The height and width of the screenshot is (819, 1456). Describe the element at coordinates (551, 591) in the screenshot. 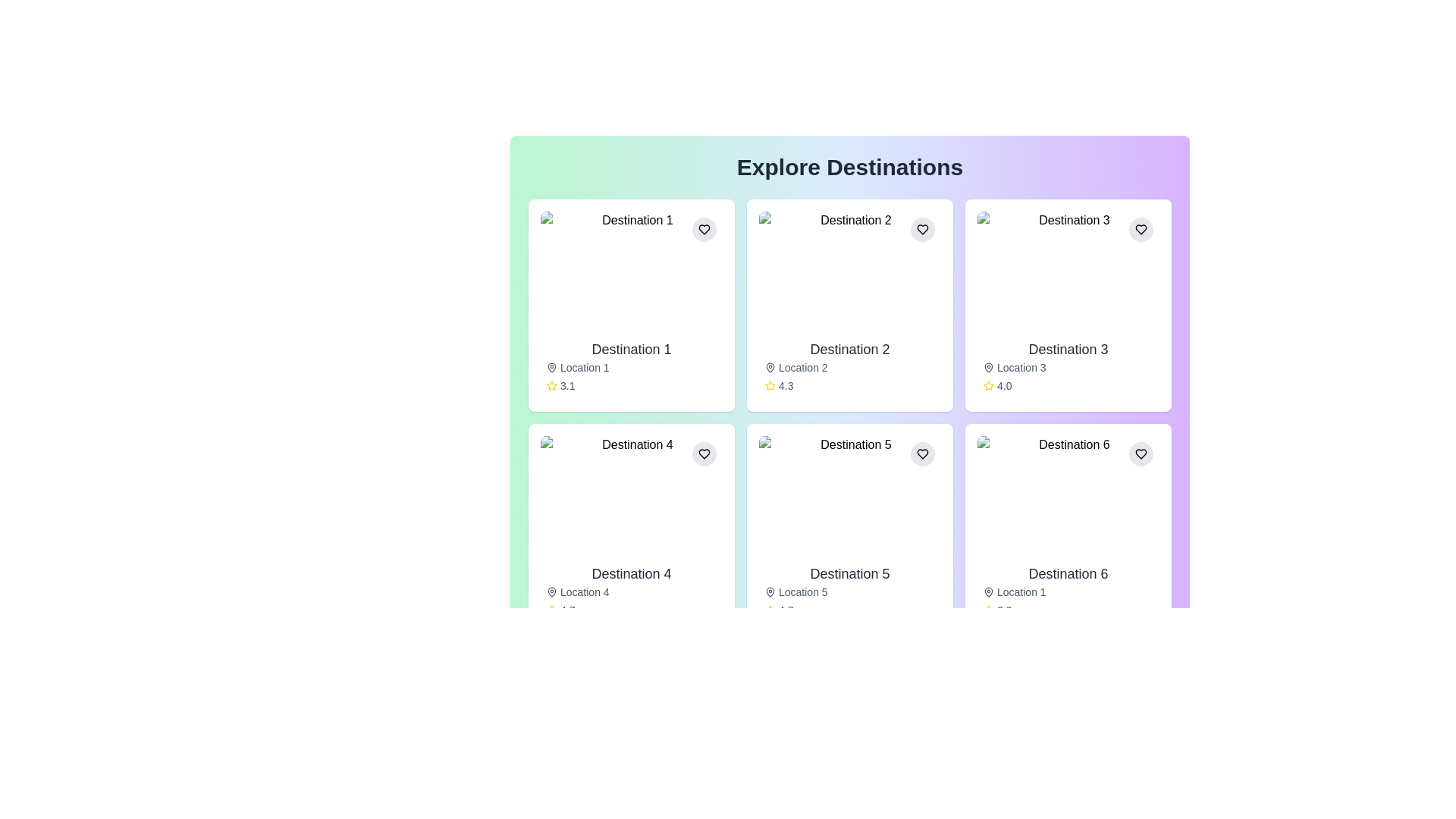

I see `the map pin icon located adjacent to the text 'Location 4' in the lower-left card of the Explore Destinations grid` at that location.